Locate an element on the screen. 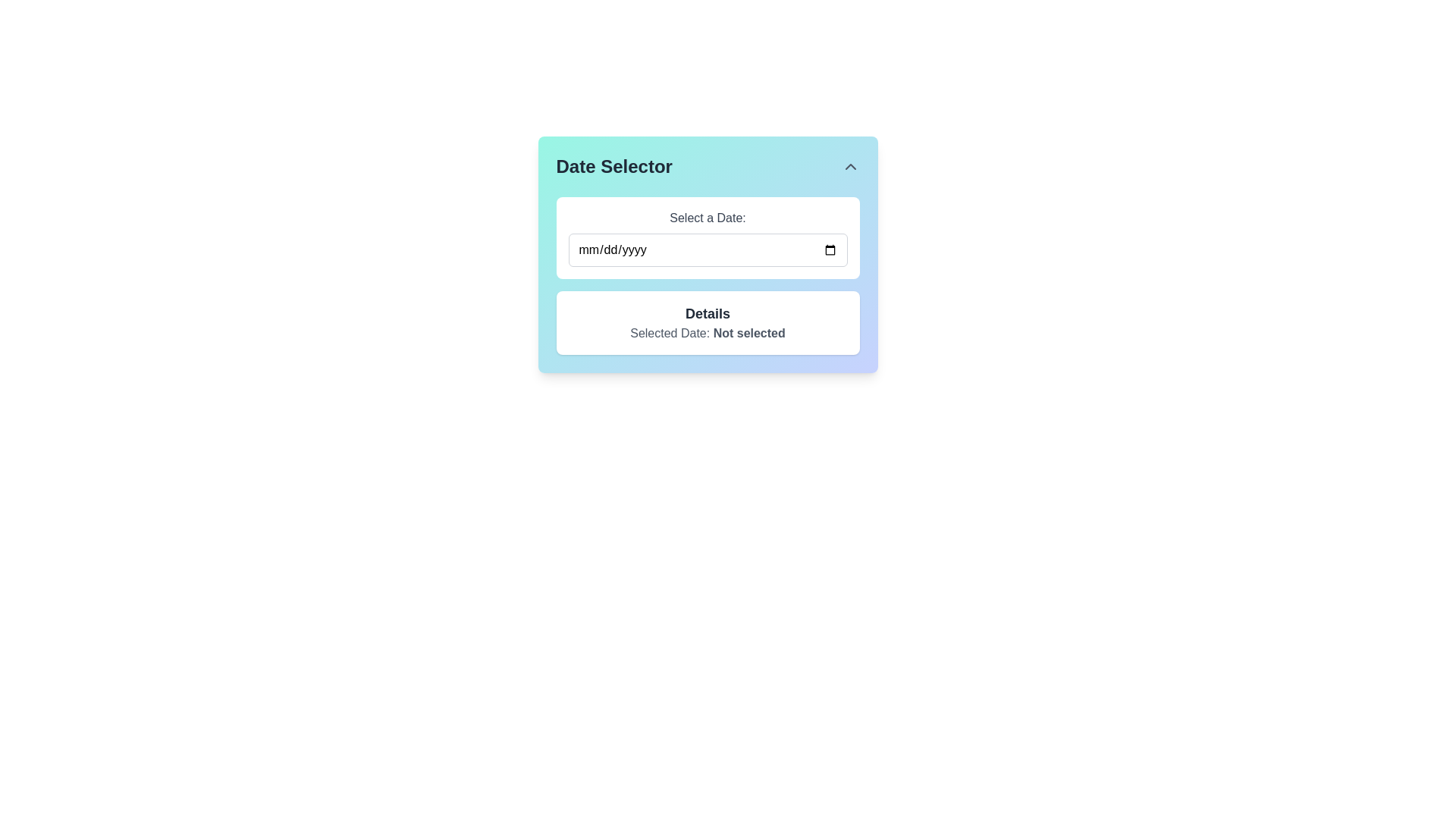 The width and height of the screenshot is (1456, 819). the upward-pointing gray triangular button located at the top-right section of the 'Date Selector' widget is located at coordinates (850, 166).